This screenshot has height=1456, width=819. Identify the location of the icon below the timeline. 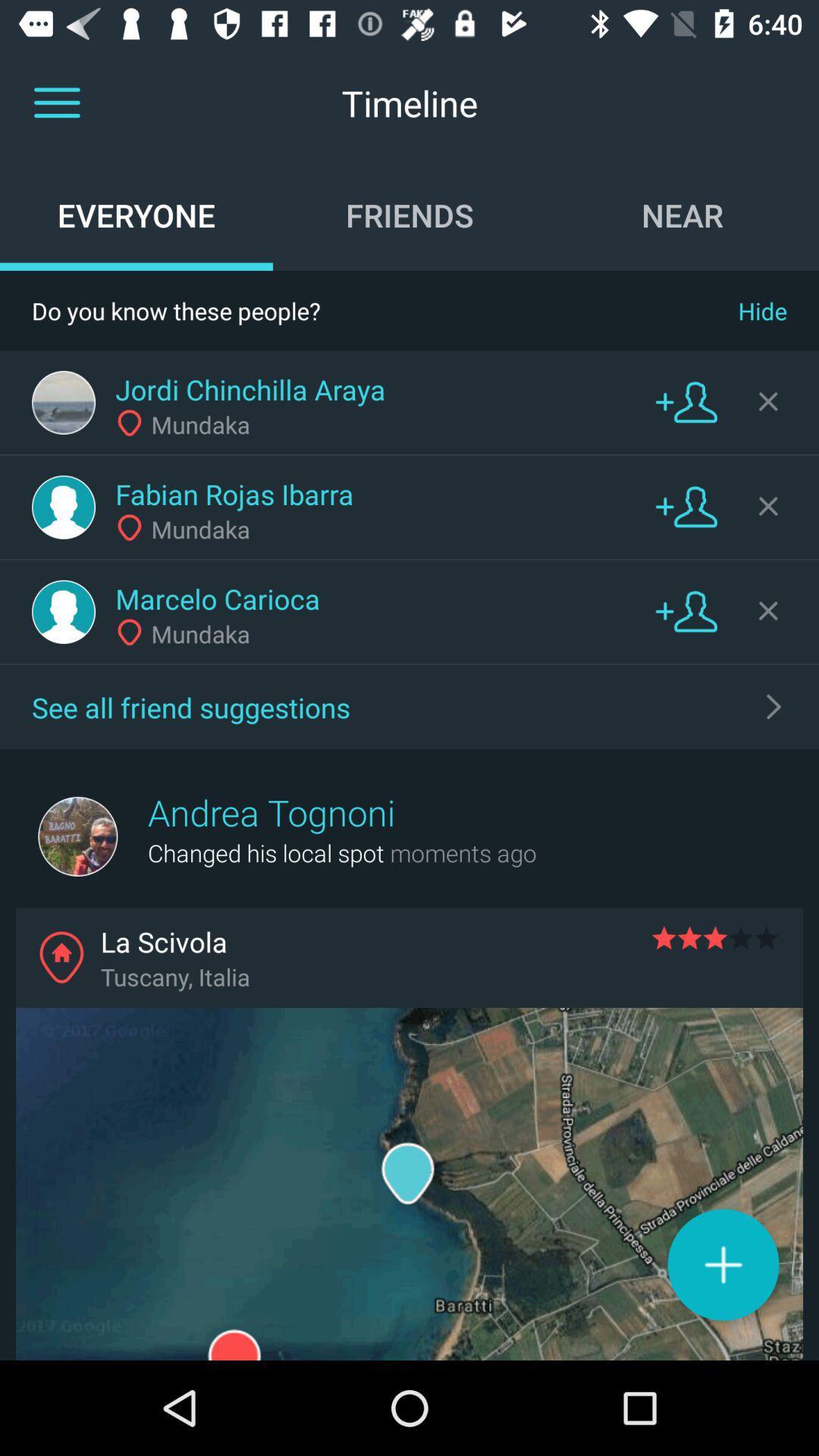
(681, 214).